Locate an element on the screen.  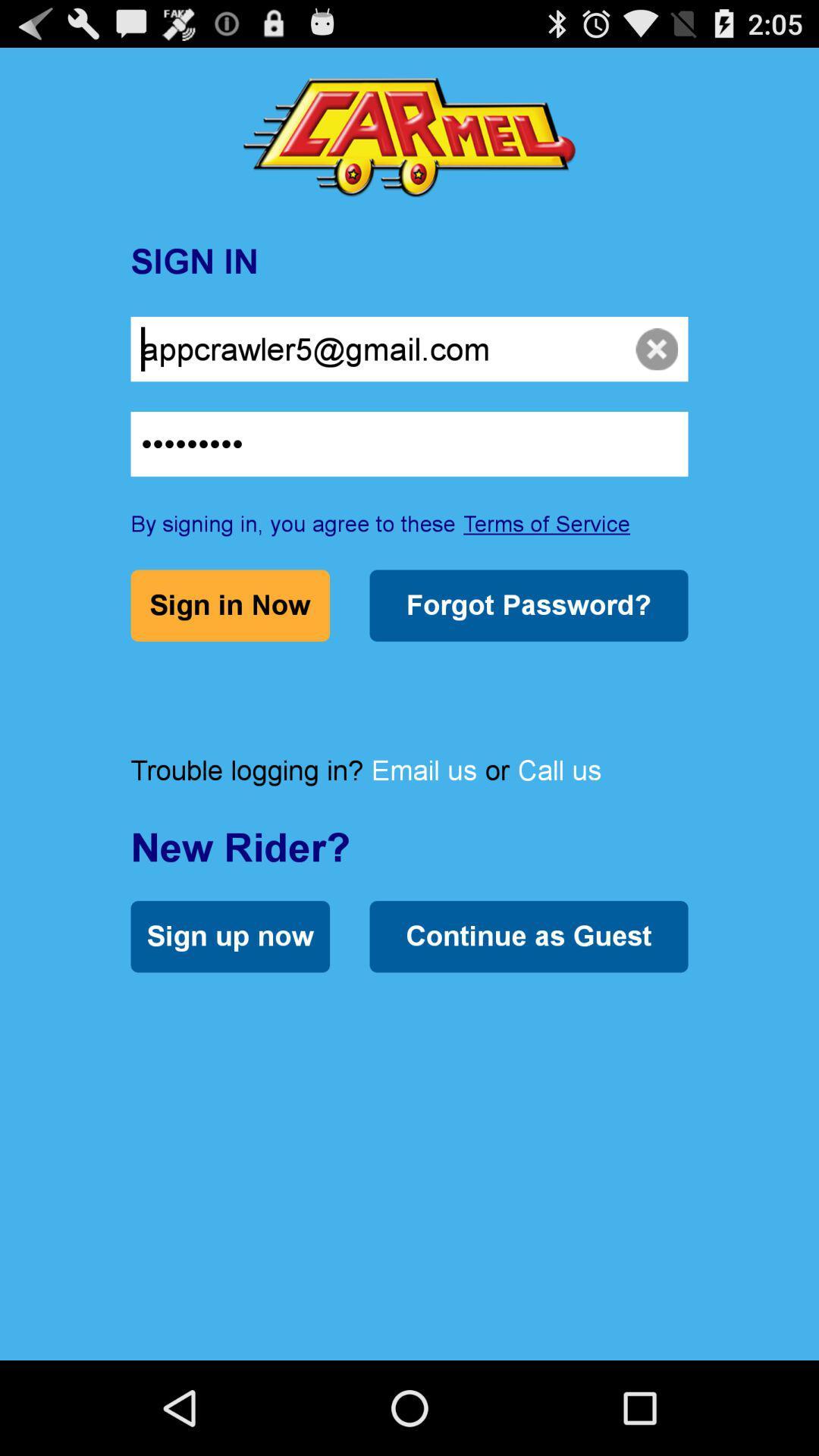
email us is located at coordinates (424, 770).